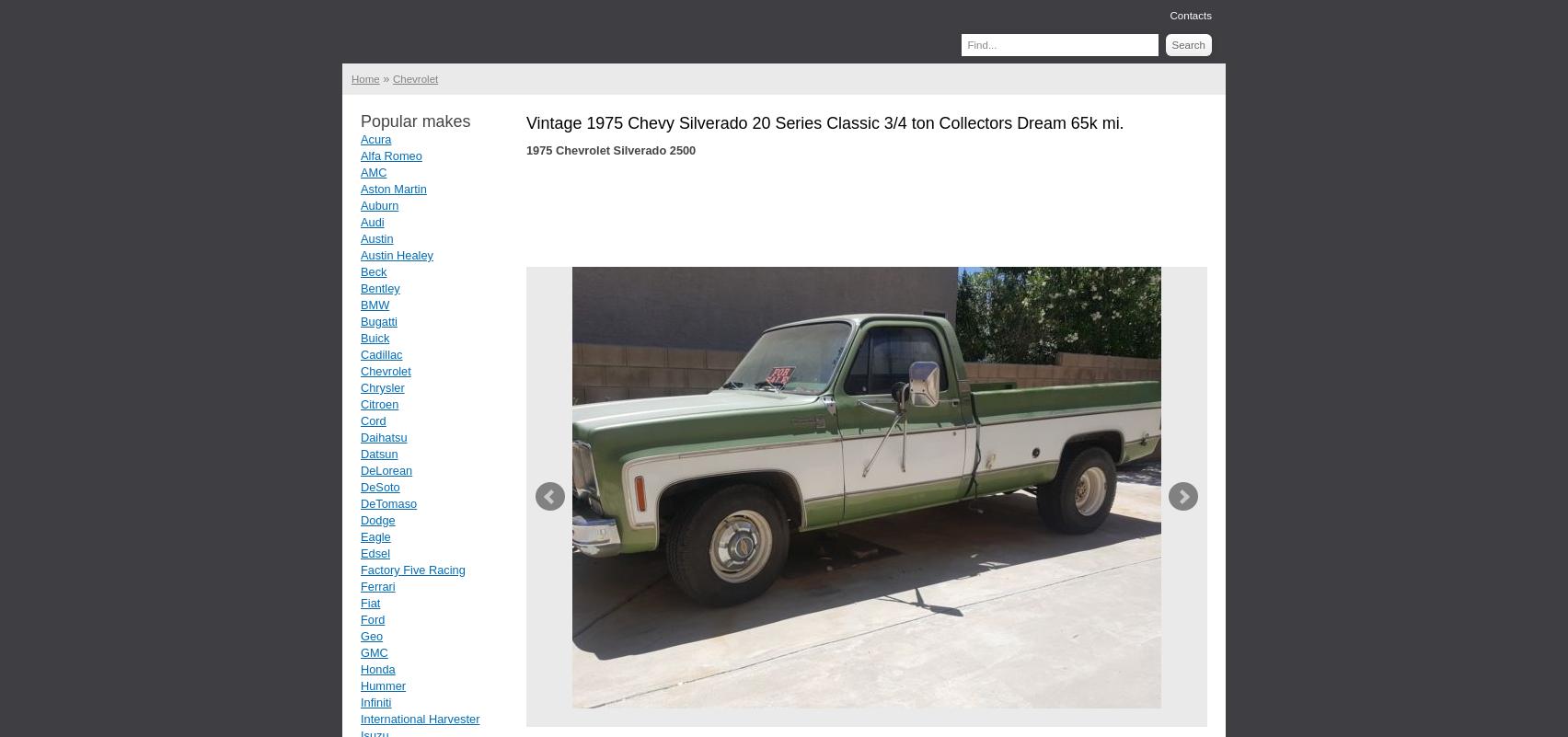 The width and height of the screenshot is (1568, 737). What do you see at coordinates (526, 150) in the screenshot?
I see `'1975 Chevrolet Silverado 2500'` at bounding box center [526, 150].